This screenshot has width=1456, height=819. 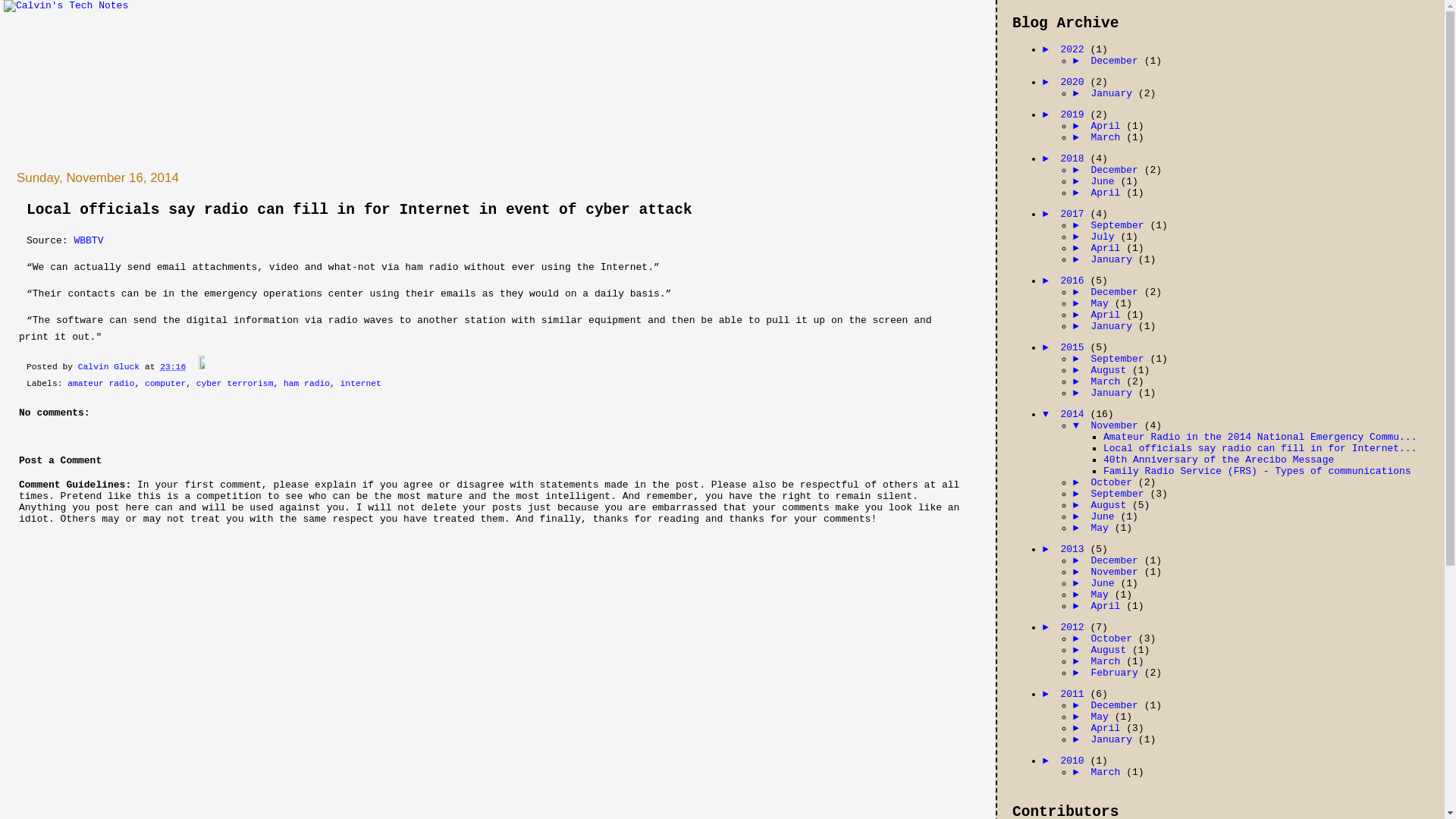 I want to click on 'August', so click(x=1111, y=370).